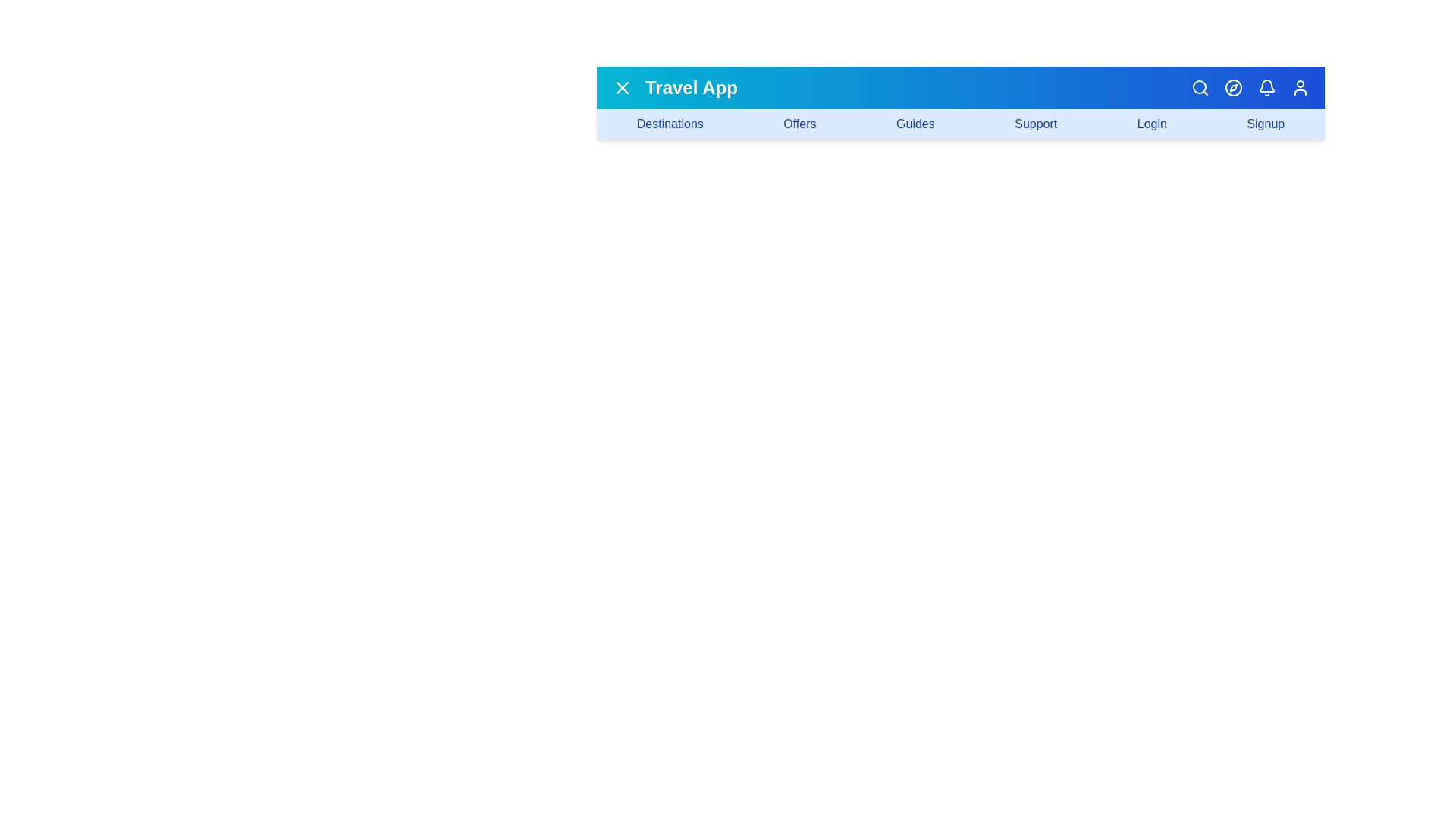 The image size is (1456, 819). What do you see at coordinates (669, 124) in the screenshot?
I see `the menu item Destinations to observe visual feedback` at bounding box center [669, 124].